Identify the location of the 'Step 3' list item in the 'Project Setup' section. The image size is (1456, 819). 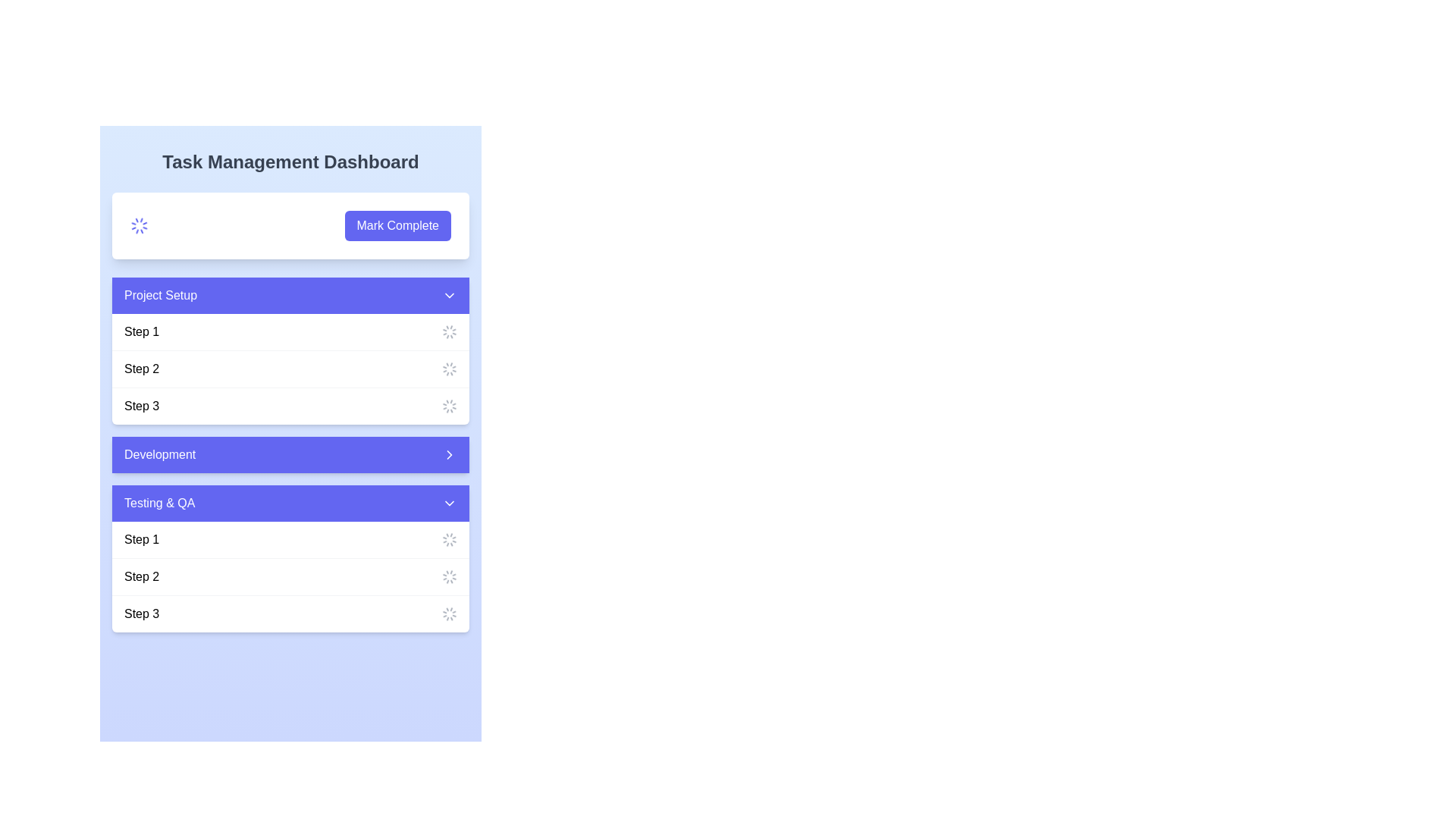
(290, 405).